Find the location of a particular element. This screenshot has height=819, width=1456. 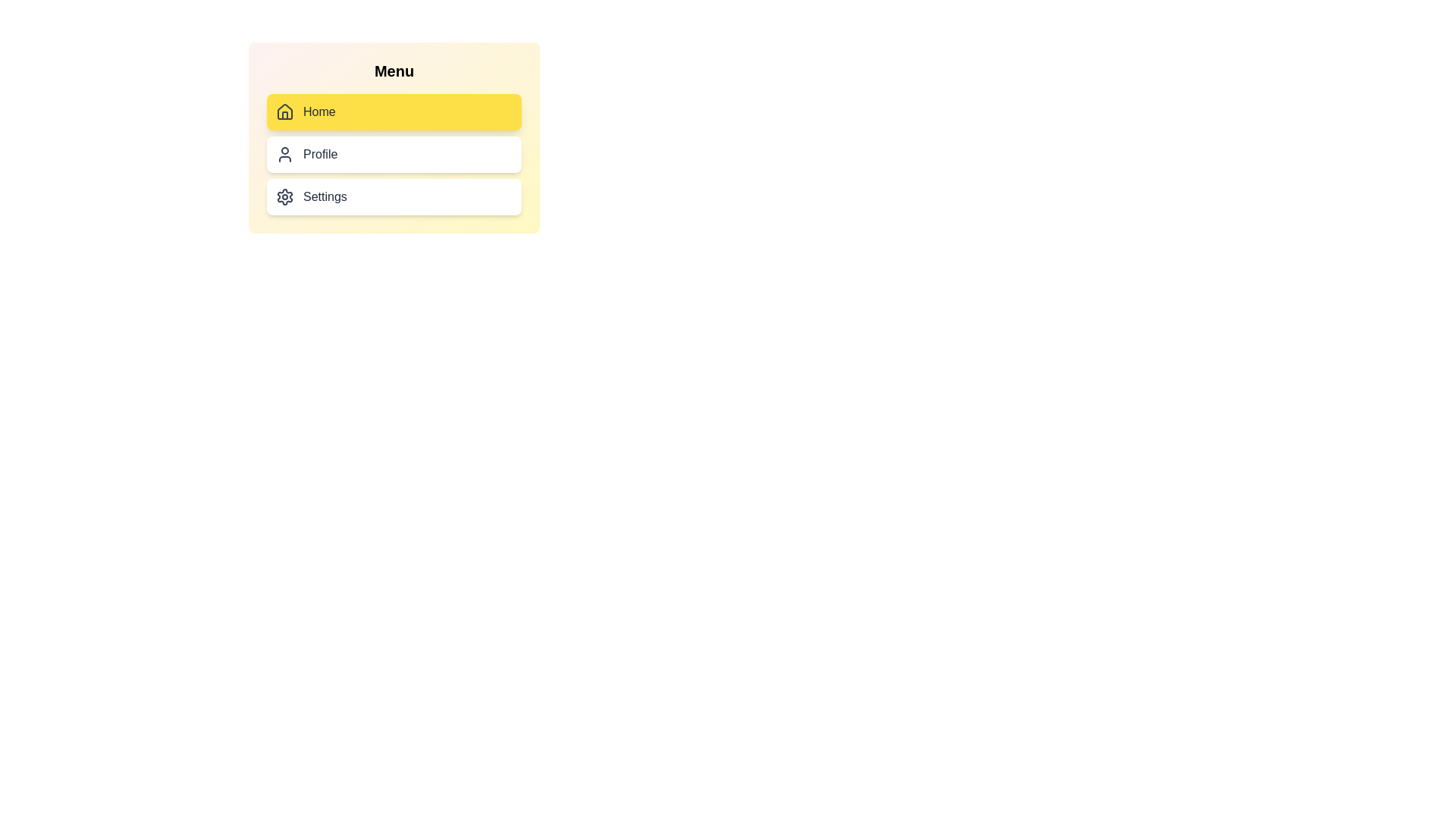

the navigation menu item Home by clicking on it is located at coordinates (394, 111).